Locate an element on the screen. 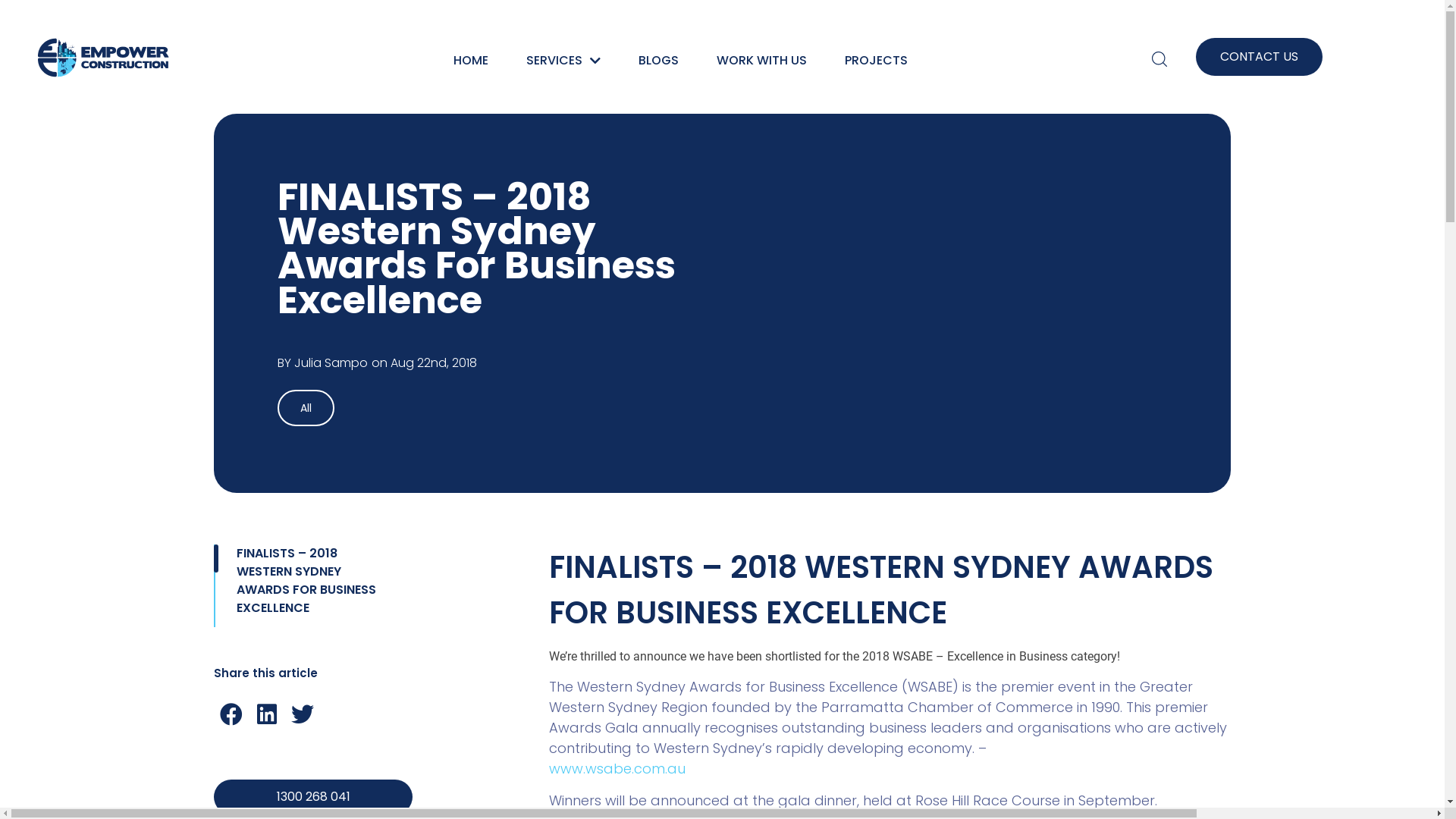 Image resolution: width=1456 pixels, height=819 pixels. 'All' is located at coordinates (305, 406).